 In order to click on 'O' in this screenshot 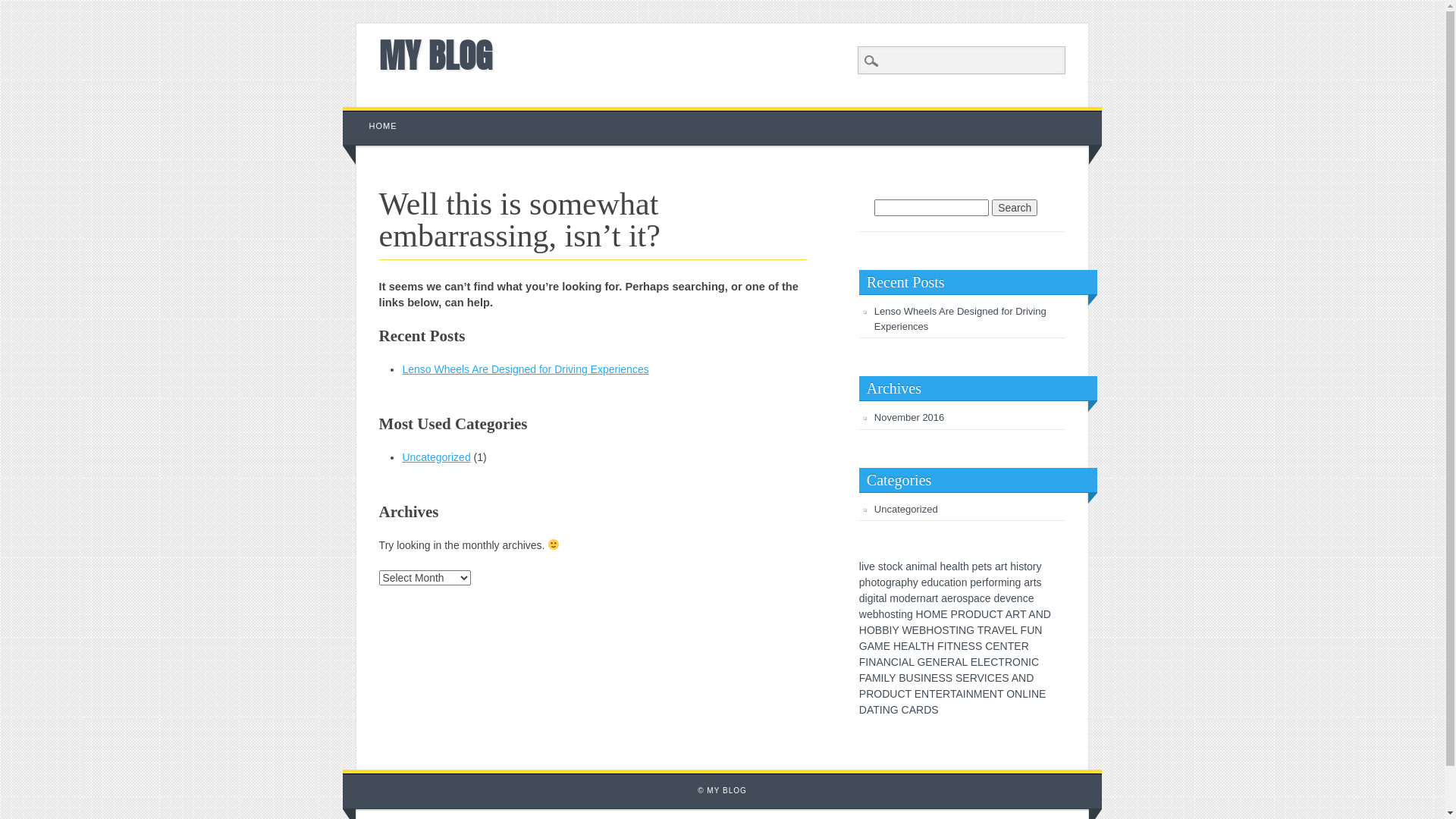, I will do `click(968, 614)`.